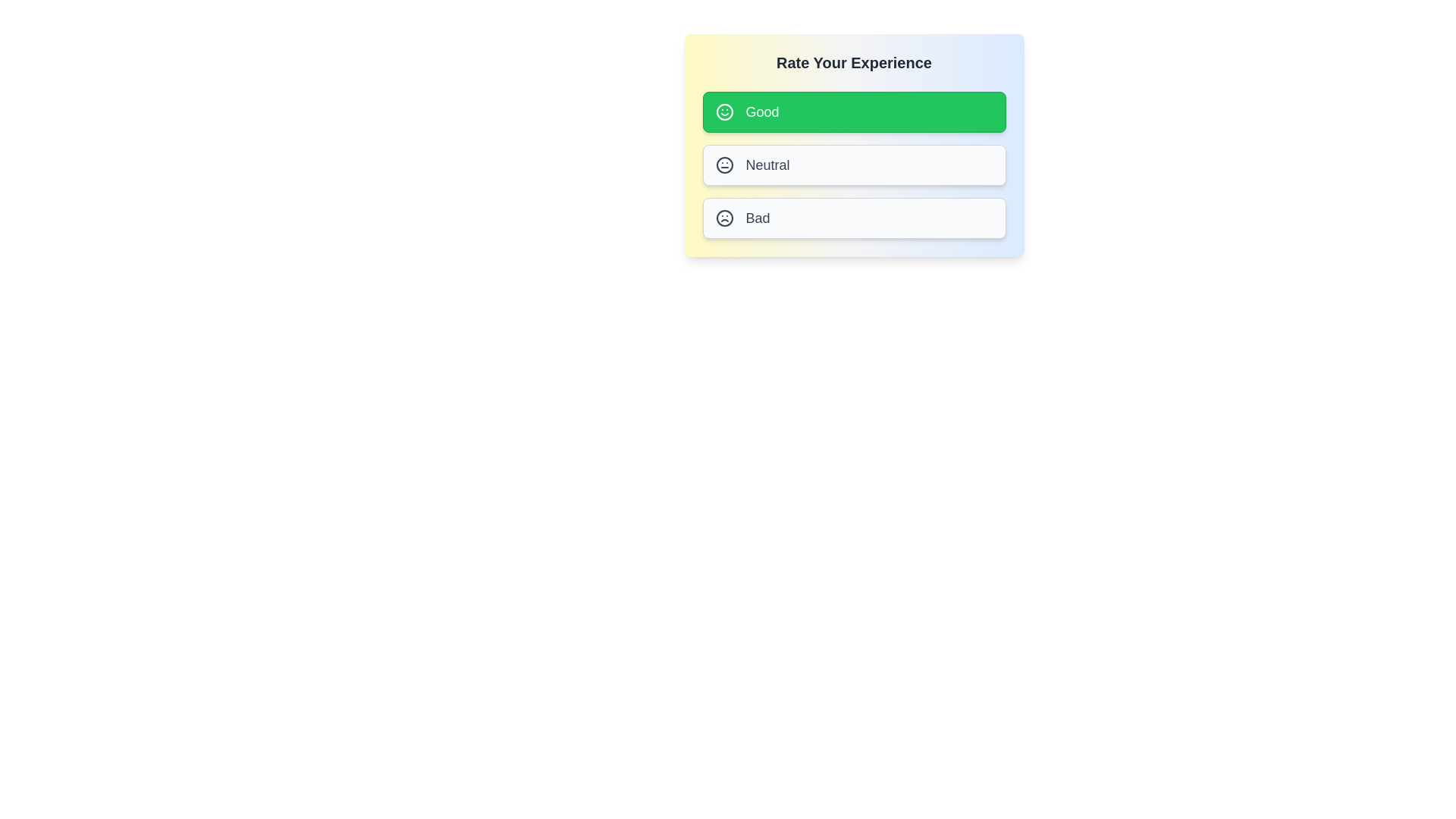 The width and height of the screenshot is (1456, 819). Describe the element at coordinates (854, 165) in the screenshot. I see `the rating option labeled Neutral by clicking on it` at that location.